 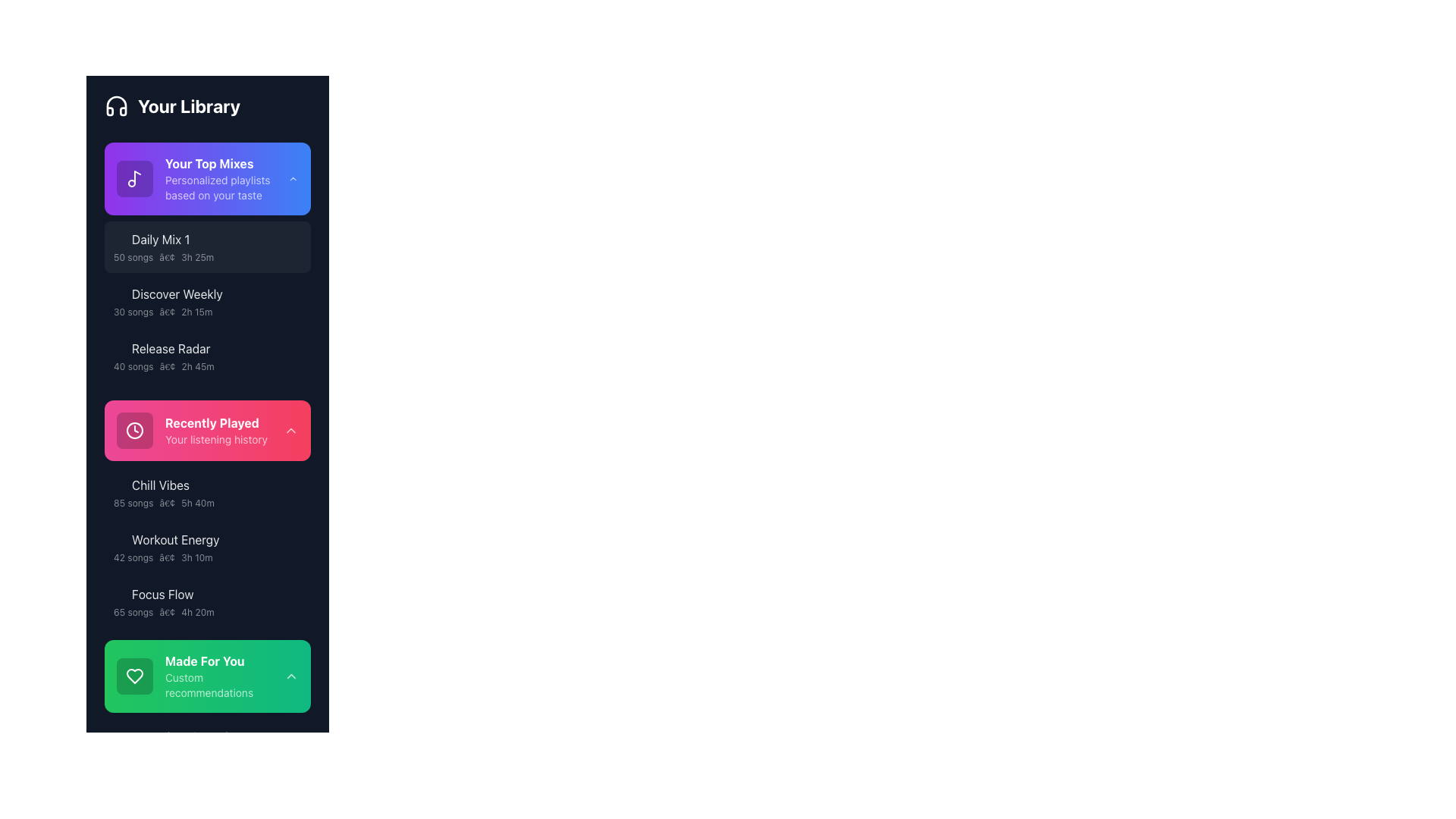 What do you see at coordinates (196, 312) in the screenshot?
I see `the text label displaying '2h 15m', which indicates a time duration in a small-sized, white-colored font, located under the 'Discover Weekly' playlist header` at bounding box center [196, 312].